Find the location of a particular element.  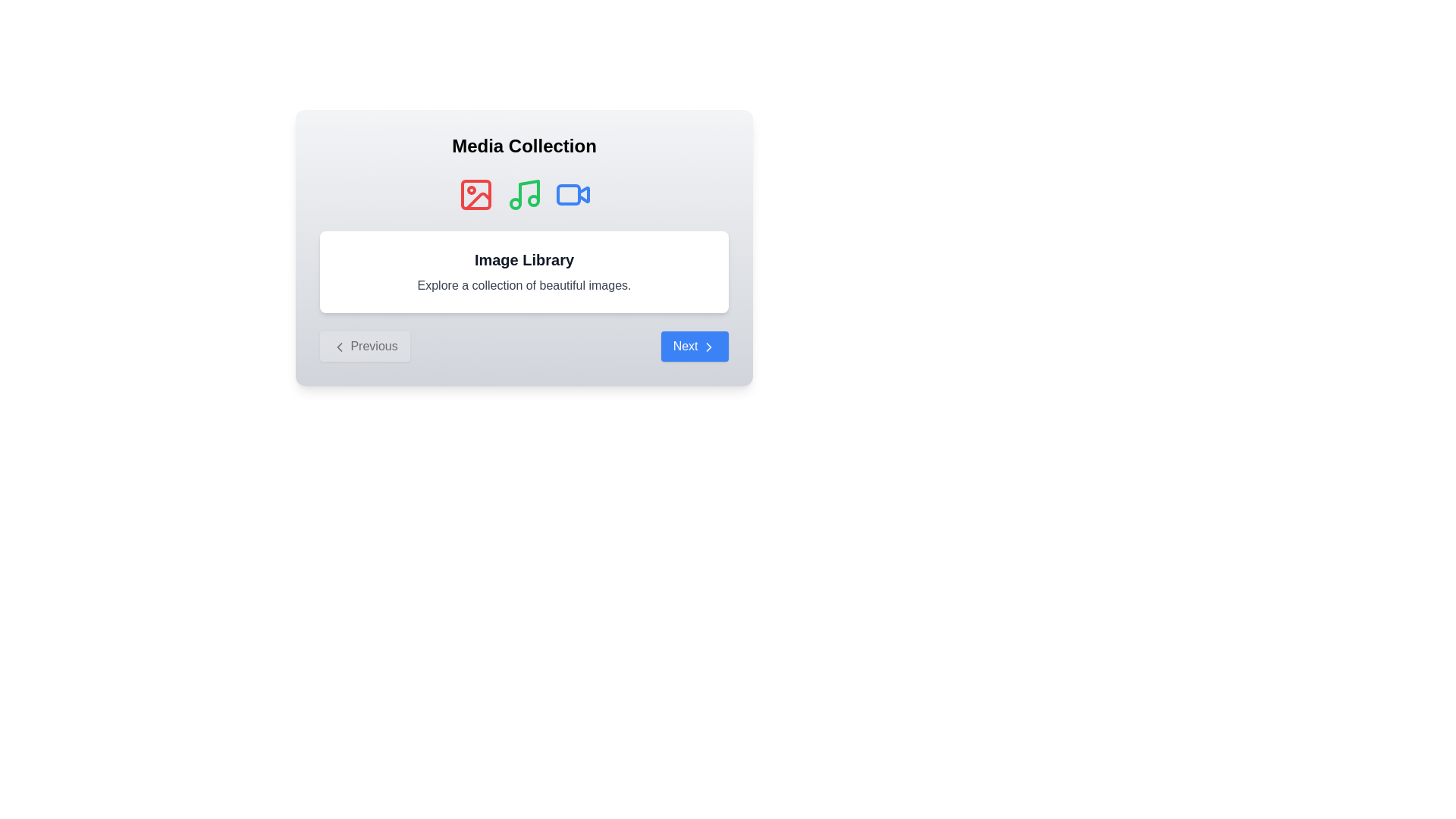

the music icon to select the corresponding media library is located at coordinates (524, 194).